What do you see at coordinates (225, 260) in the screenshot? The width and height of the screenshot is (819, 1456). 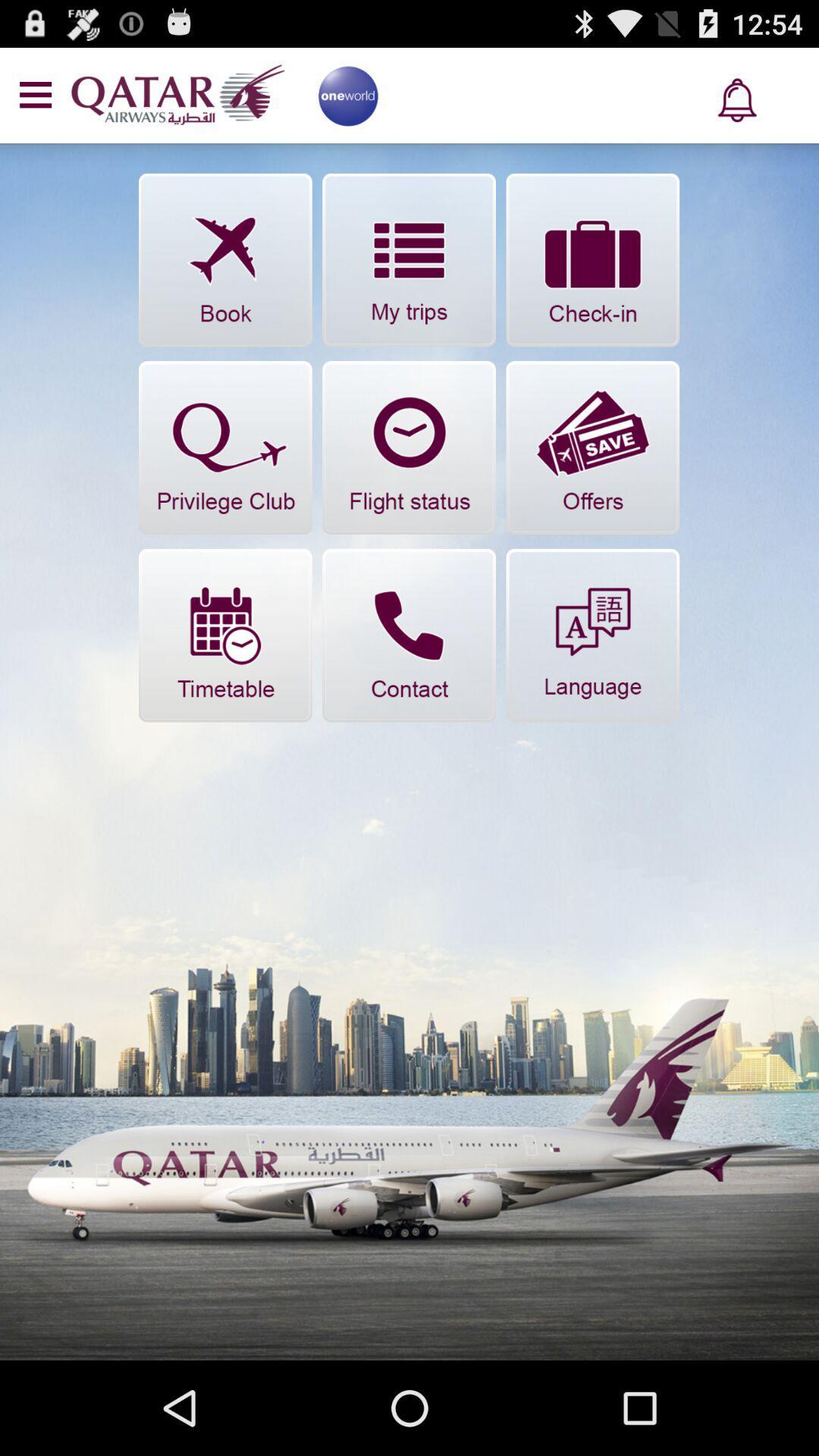 I see `click book button` at bounding box center [225, 260].